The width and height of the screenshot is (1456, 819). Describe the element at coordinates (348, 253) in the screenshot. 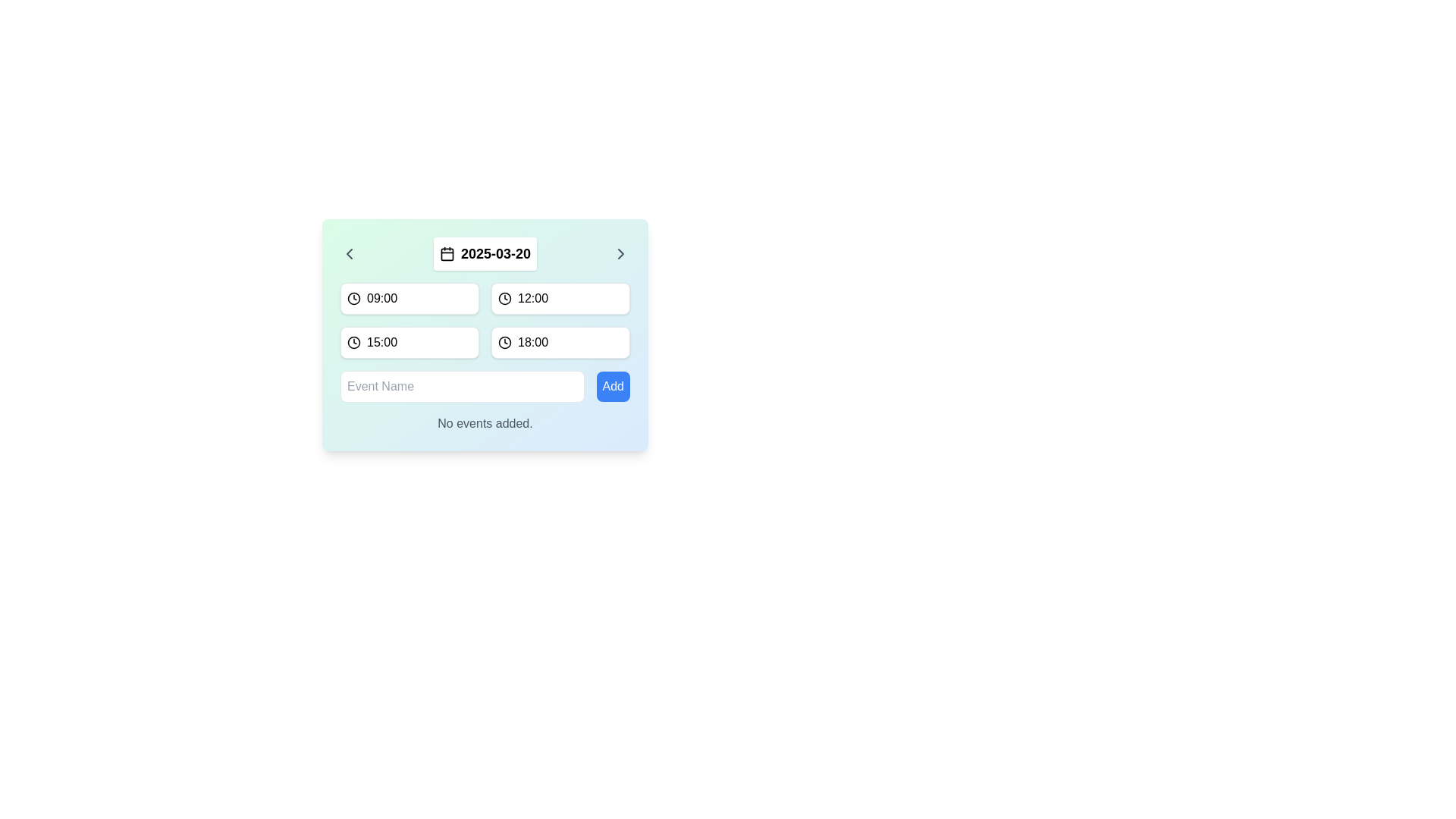

I see `the small, left-pointing chevron icon in the upper-left region of the main interface to trigger a tooltip or visual feedback` at that location.